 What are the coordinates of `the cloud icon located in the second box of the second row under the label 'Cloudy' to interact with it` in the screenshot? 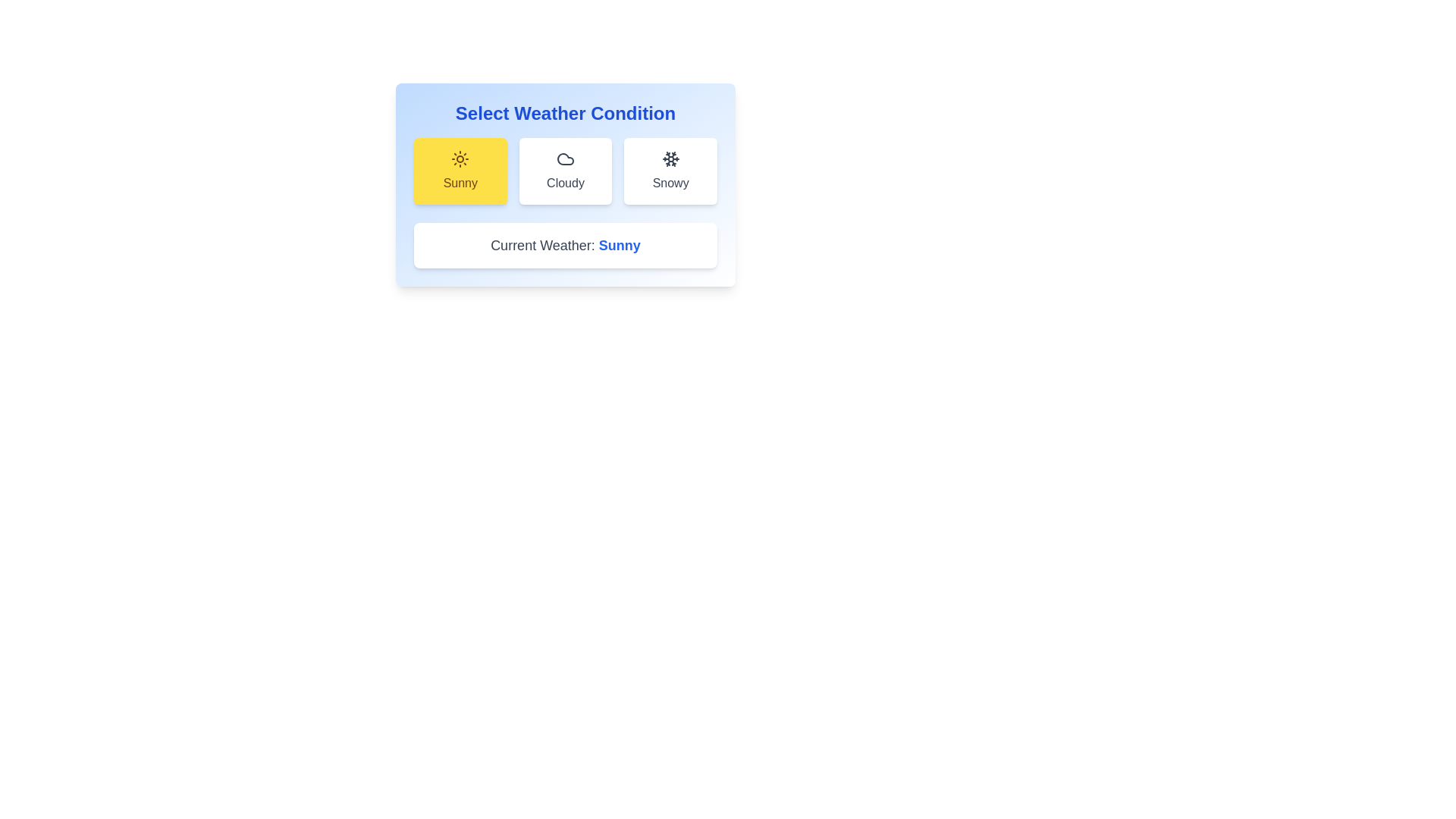 It's located at (564, 158).